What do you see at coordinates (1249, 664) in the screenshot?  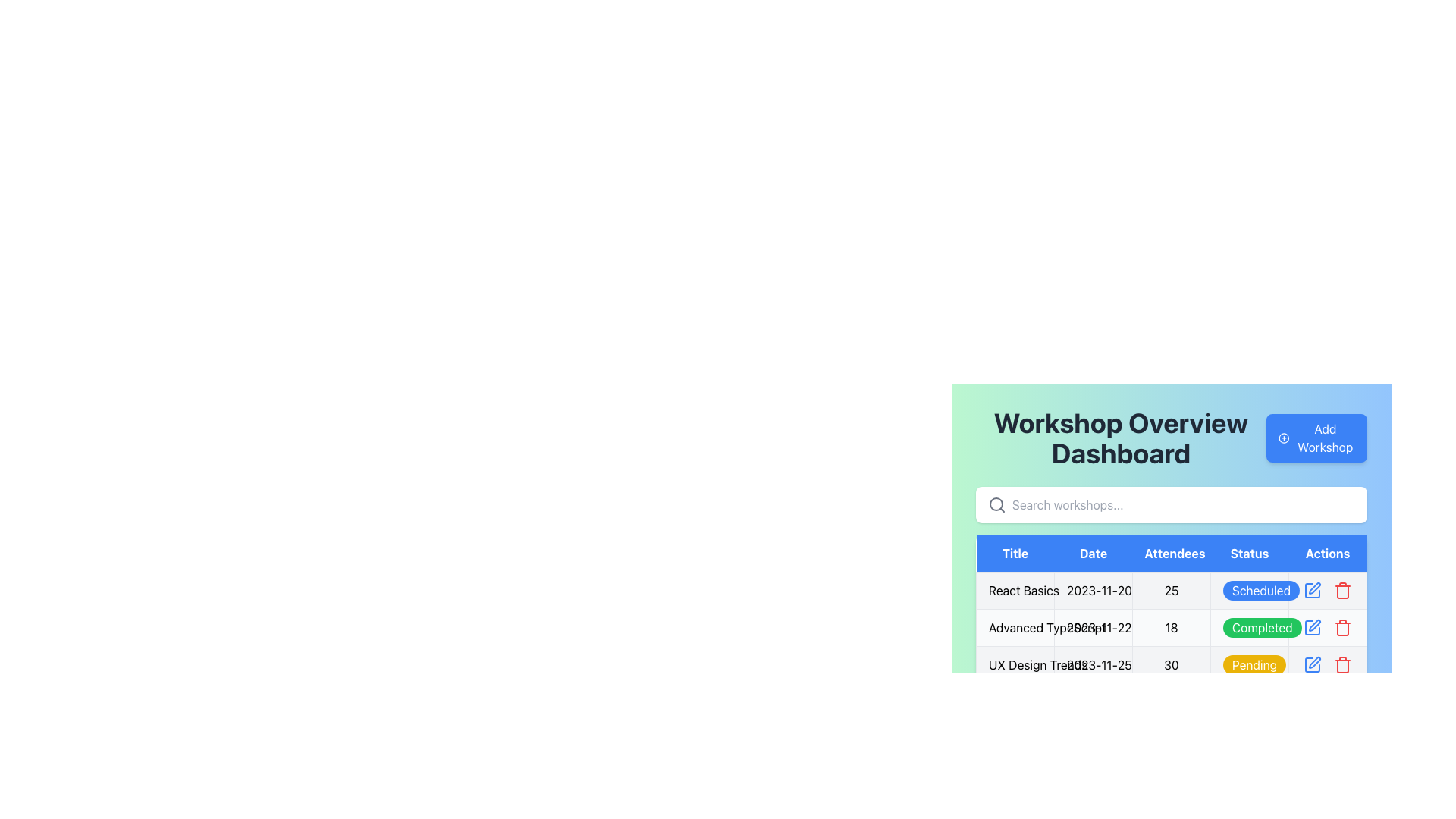 I see `the yellow label with bold white text 'Pending' located in the 'Status' column of the third row of the table, aligned with the 'UX Design Trends' workshop entry` at bounding box center [1249, 664].